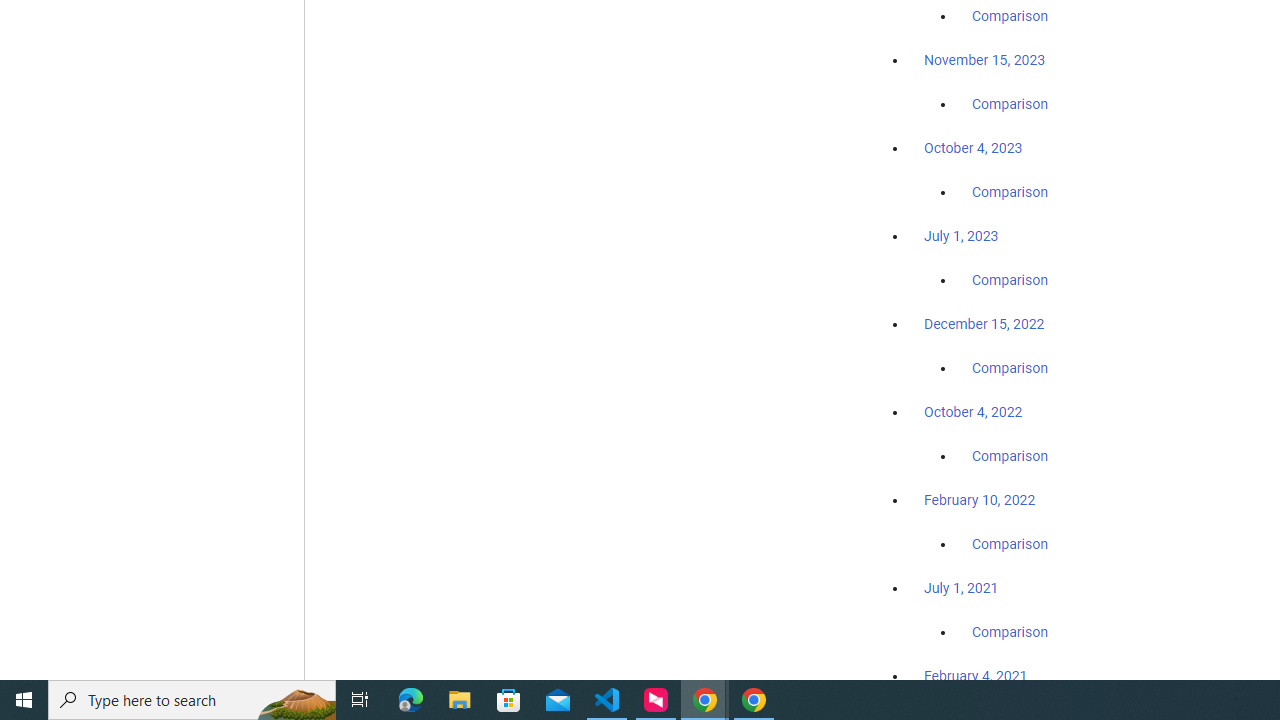  Describe the element at coordinates (984, 59) in the screenshot. I see `'November 15, 2023'` at that location.